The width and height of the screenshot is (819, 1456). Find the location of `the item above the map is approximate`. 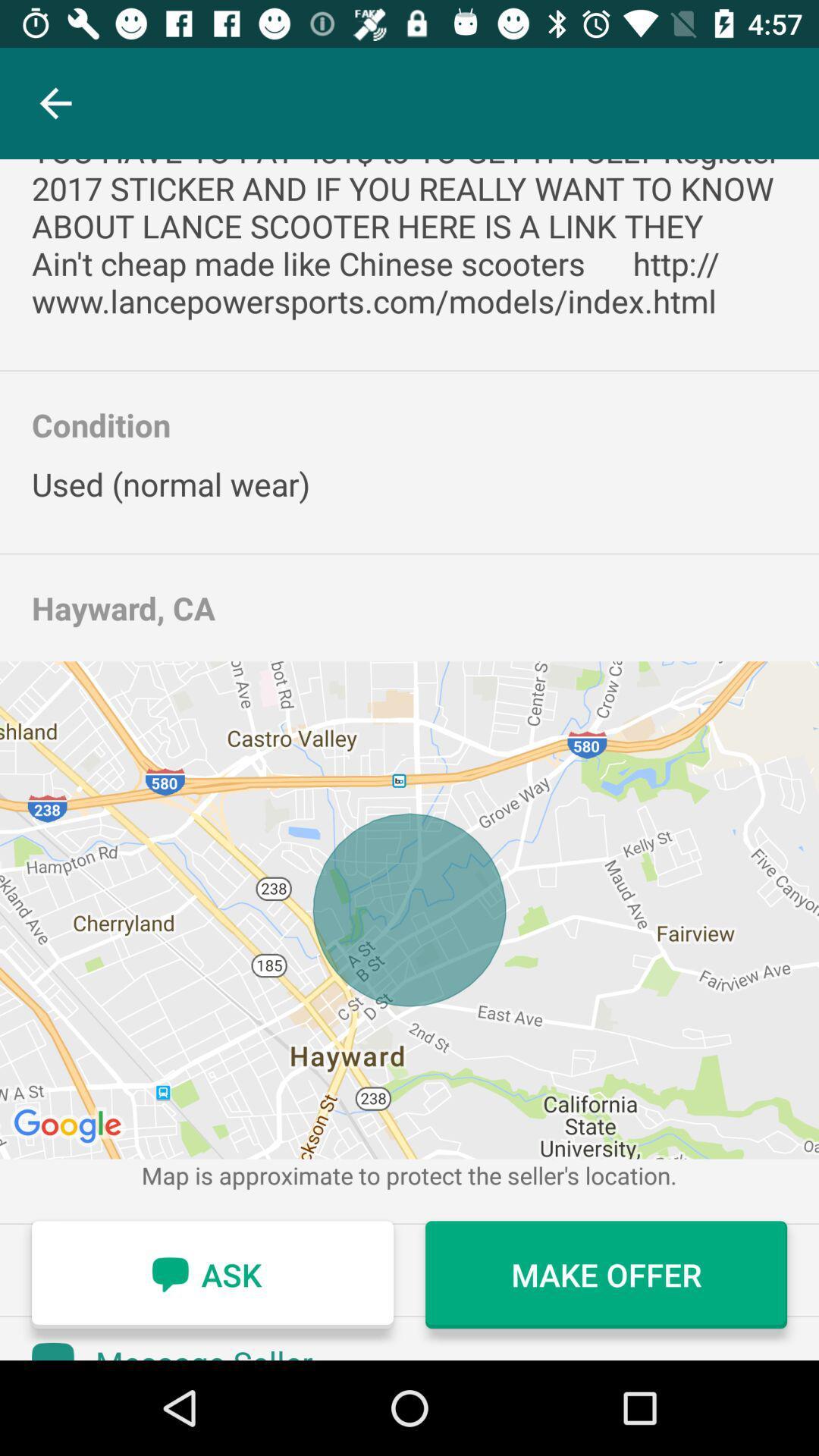

the item above the map is approximate is located at coordinates (409, 910).